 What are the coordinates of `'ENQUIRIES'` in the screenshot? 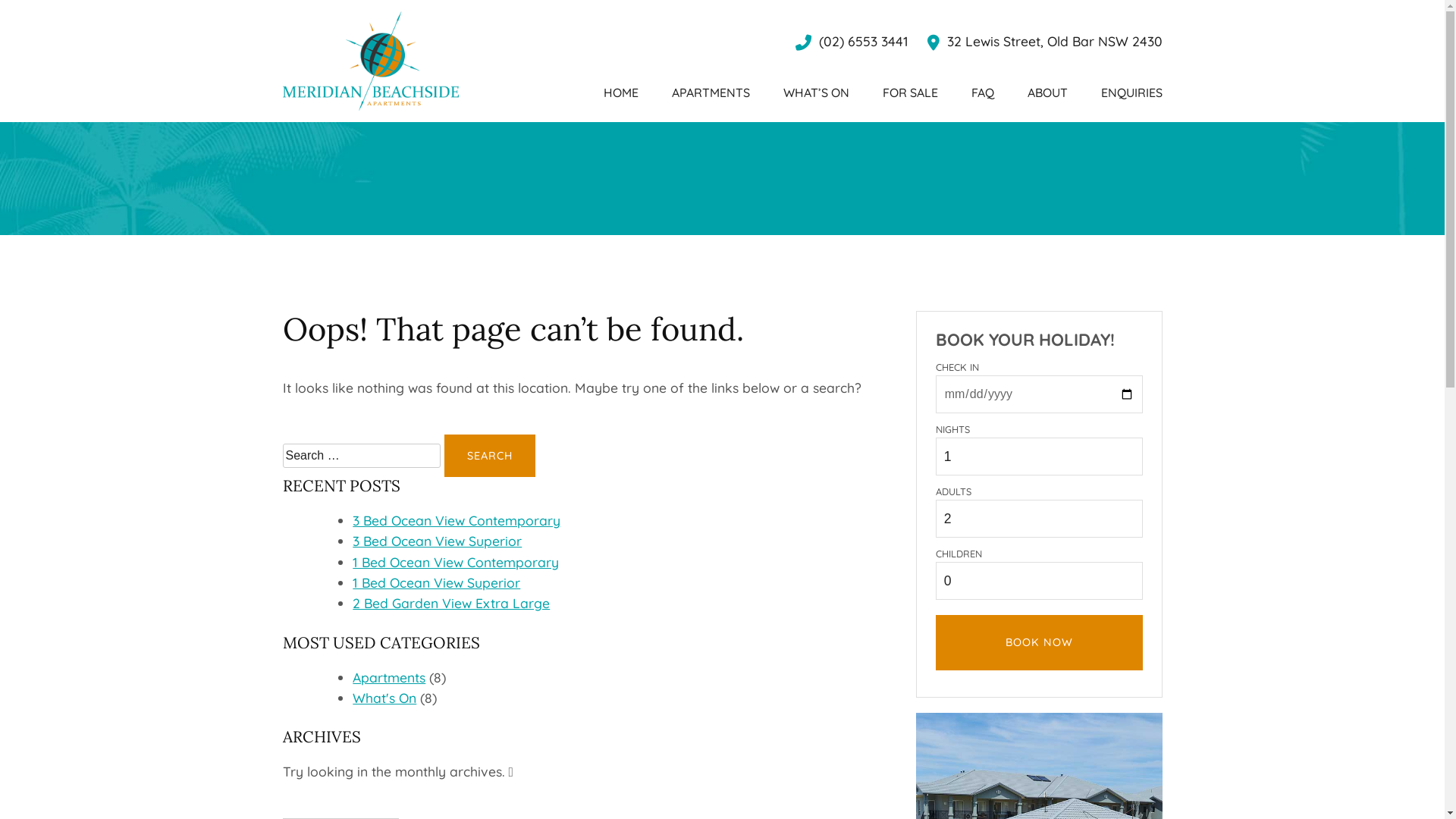 It's located at (1131, 93).